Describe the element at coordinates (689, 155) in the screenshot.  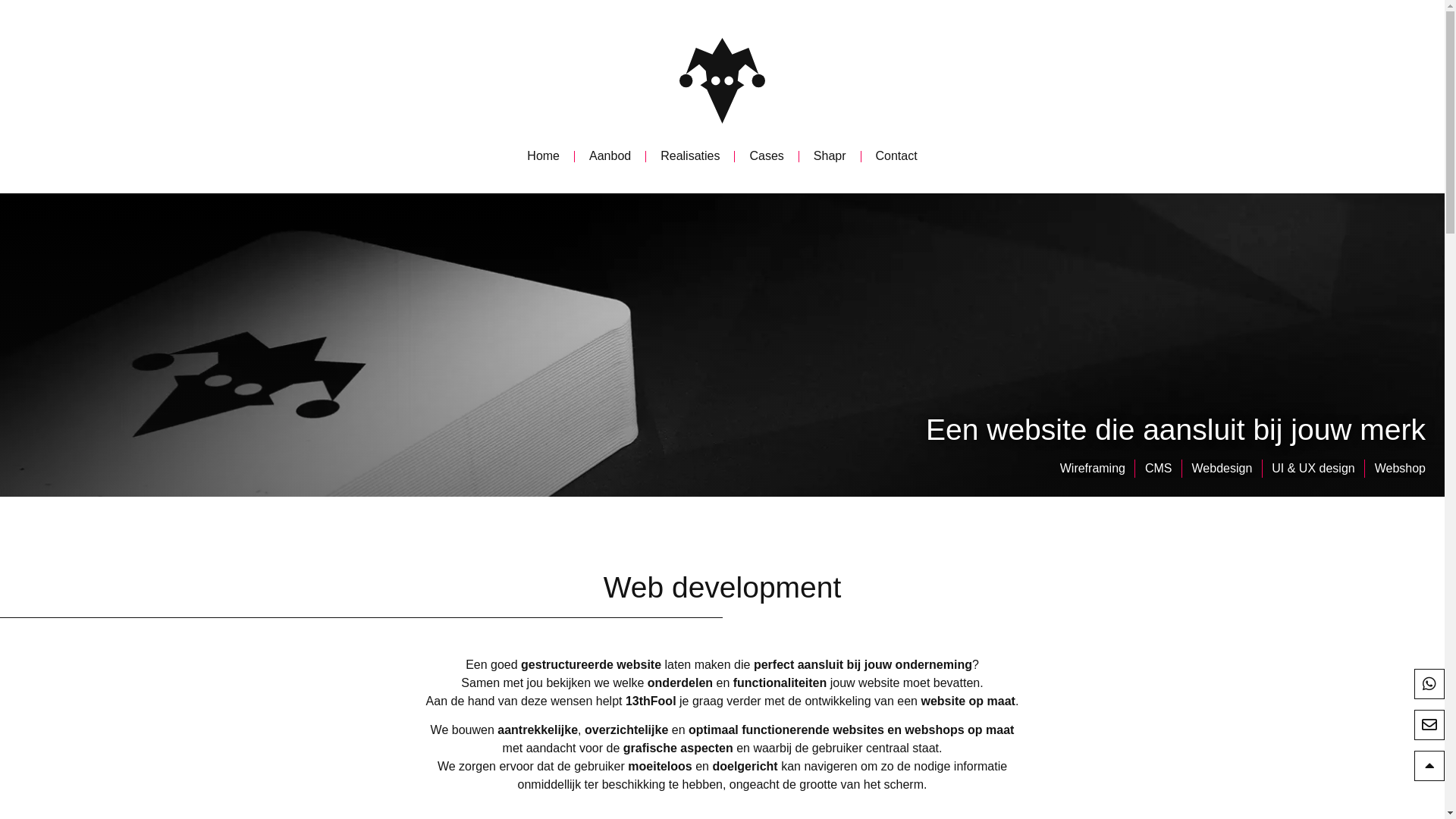
I see `'Realisaties'` at that location.